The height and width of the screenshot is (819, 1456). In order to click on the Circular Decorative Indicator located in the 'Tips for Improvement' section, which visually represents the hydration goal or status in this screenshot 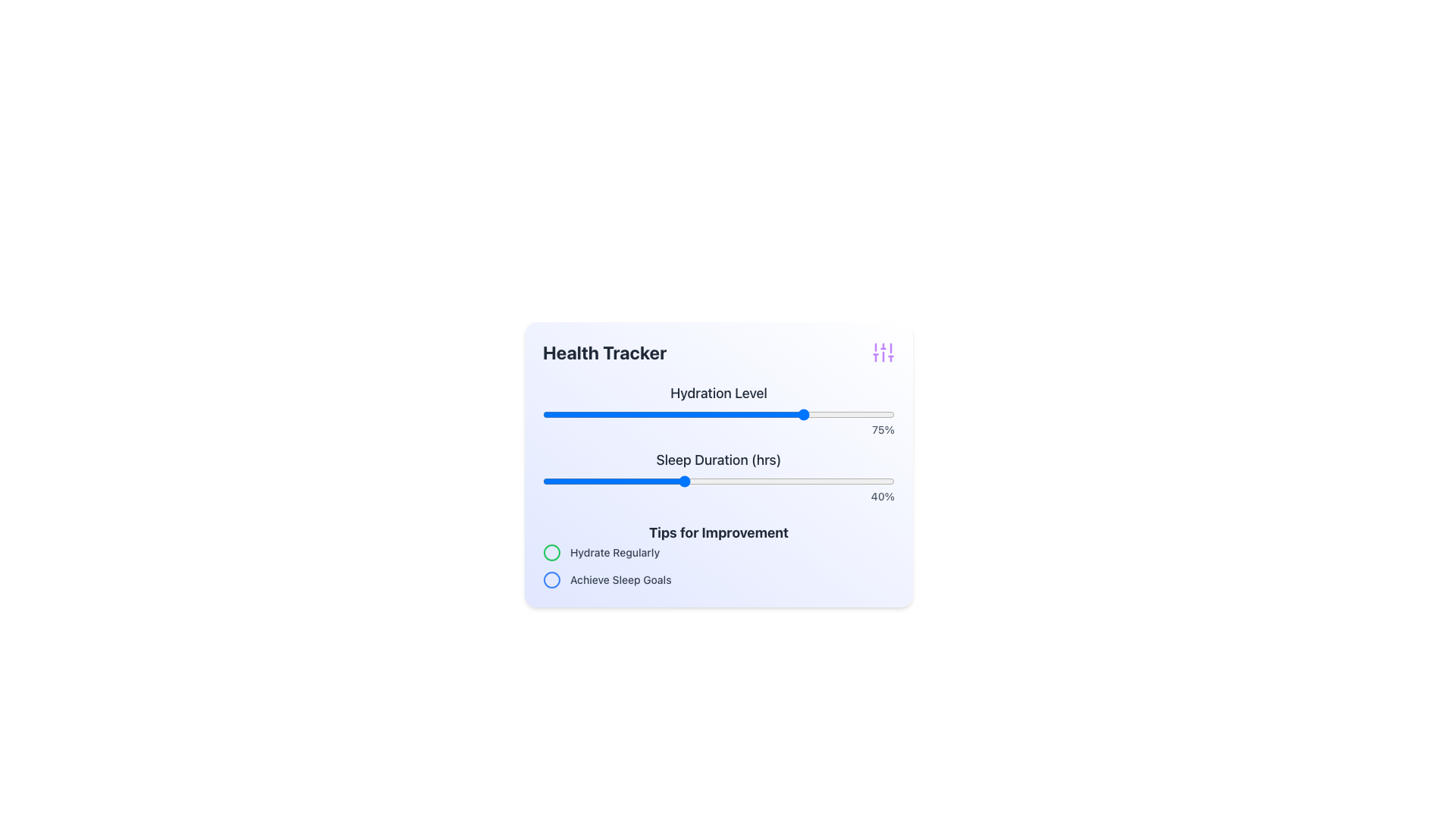, I will do `click(551, 553)`.